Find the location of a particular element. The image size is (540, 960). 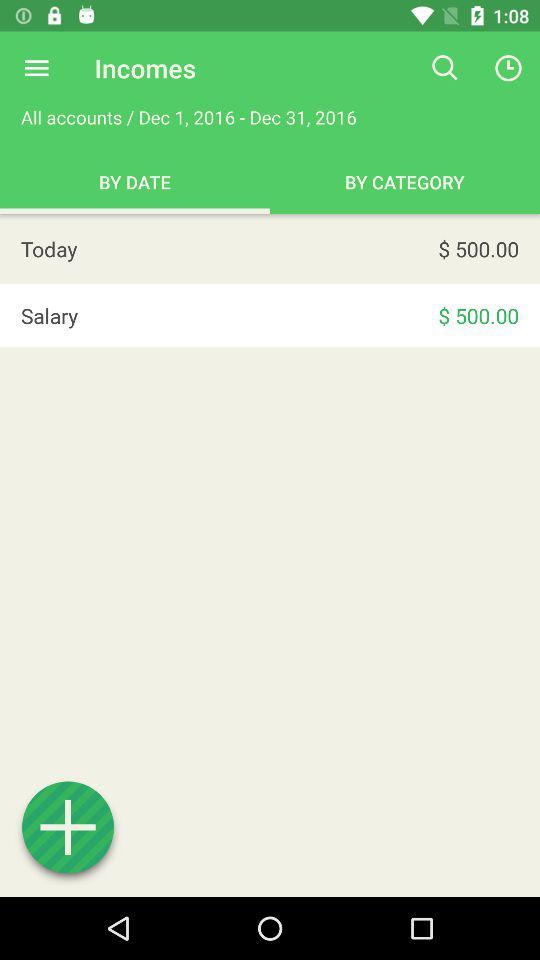

the item next to the incomes icon is located at coordinates (36, 68).